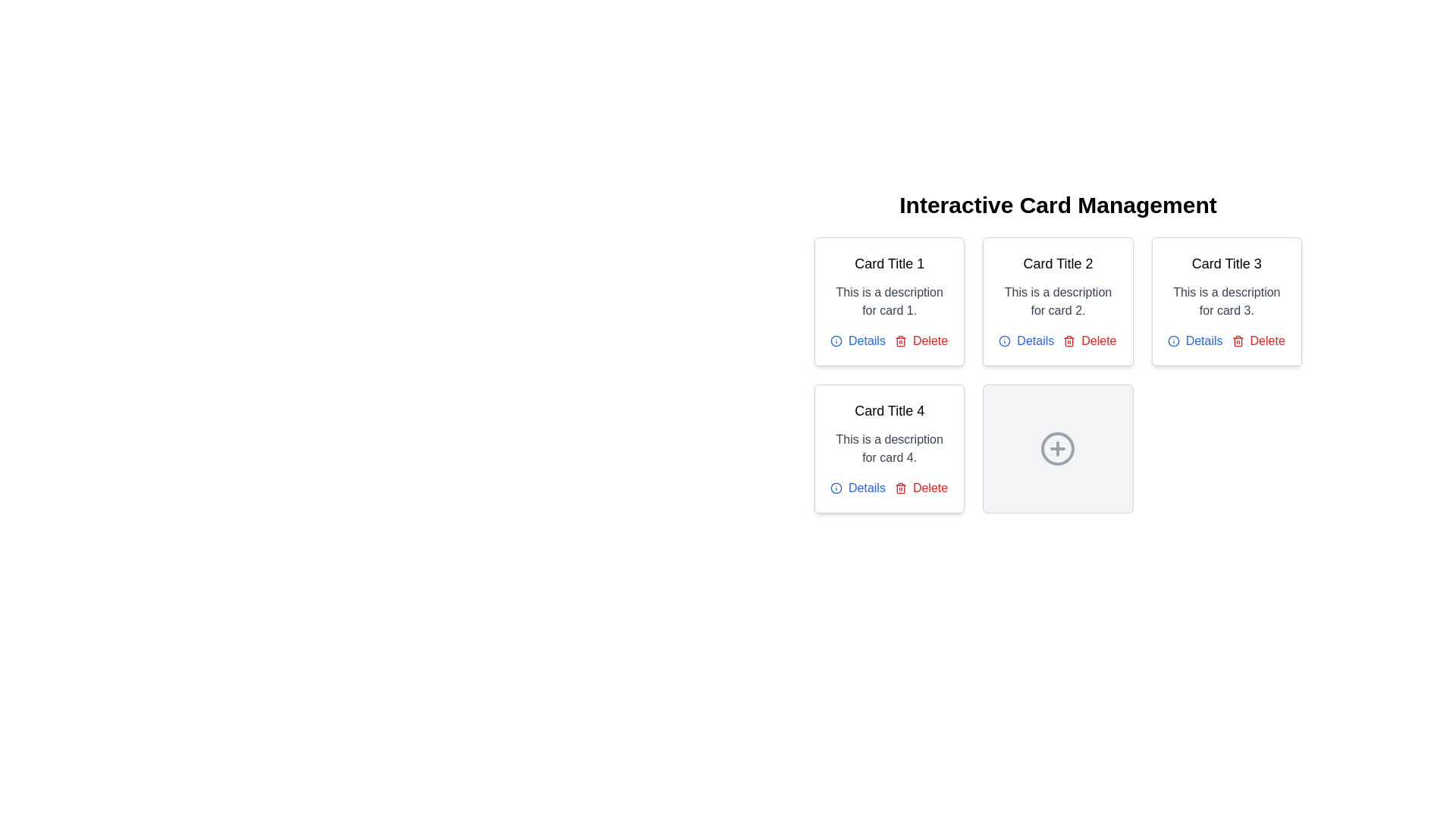 This screenshot has width=1456, height=819. Describe the element at coordinates (1057, 447) in the screenshot. I see `the button located in the bottom-right corner of the grid layout, below 'Card Title 4', to change its color` at that location.